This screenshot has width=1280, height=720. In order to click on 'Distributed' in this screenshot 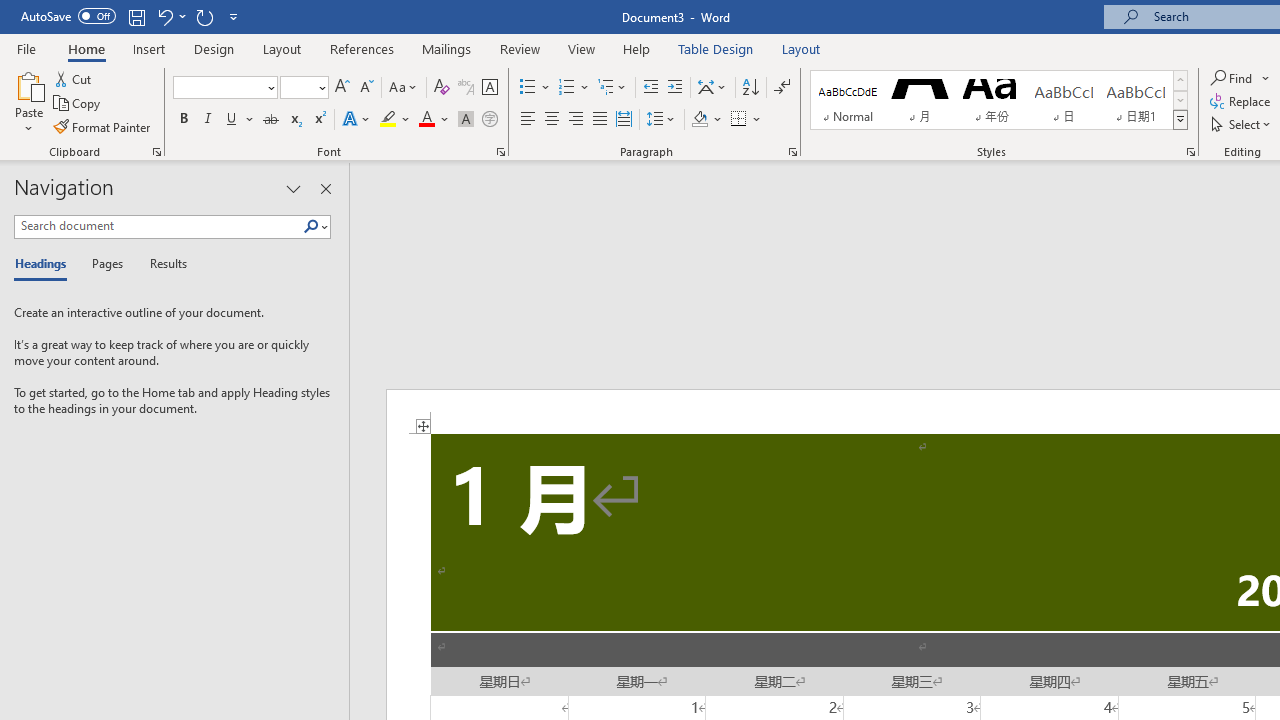, I will do `click(623, 119)`.